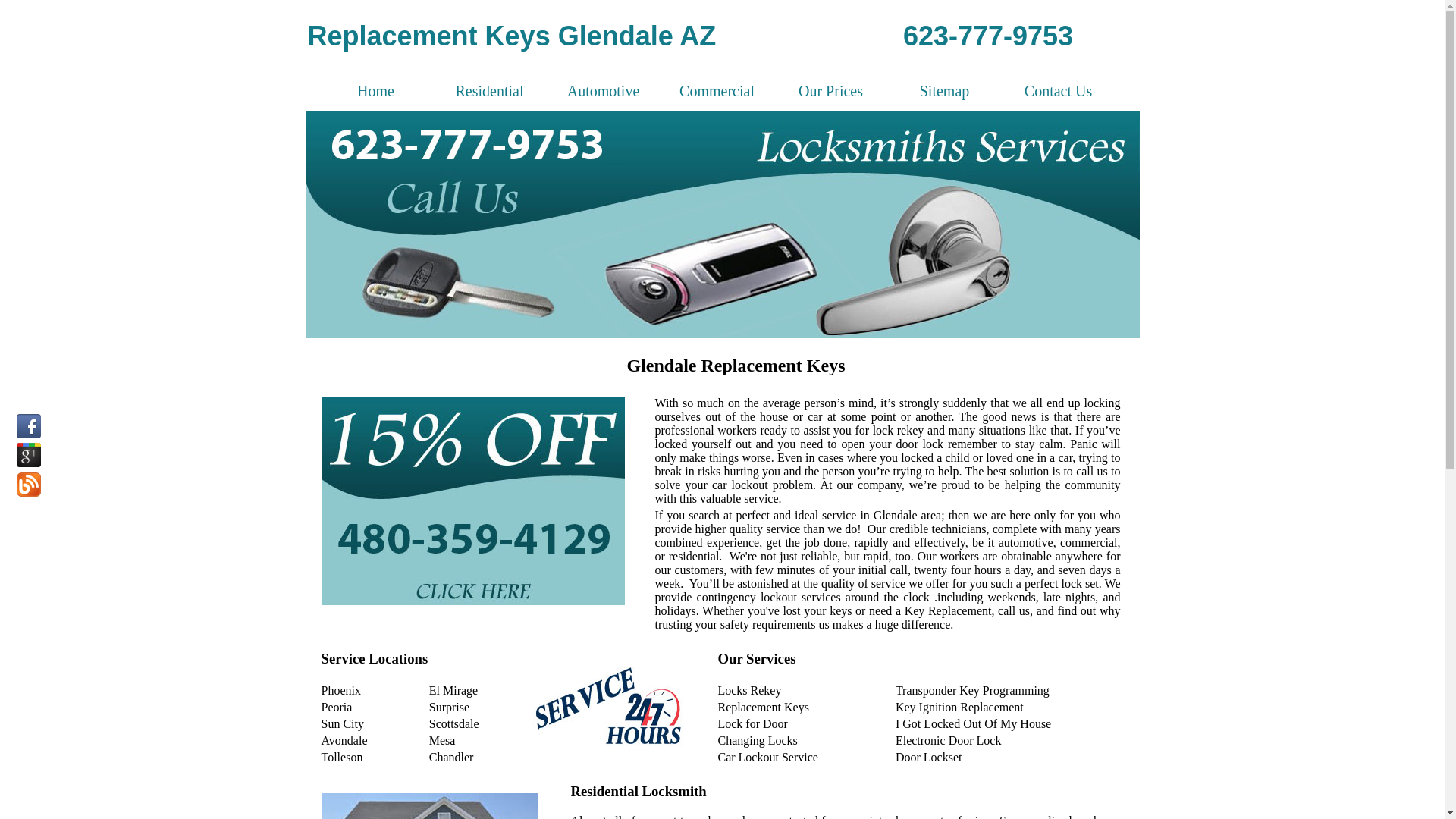  I want to click on 'Locks Rekey', so click(716, 690).